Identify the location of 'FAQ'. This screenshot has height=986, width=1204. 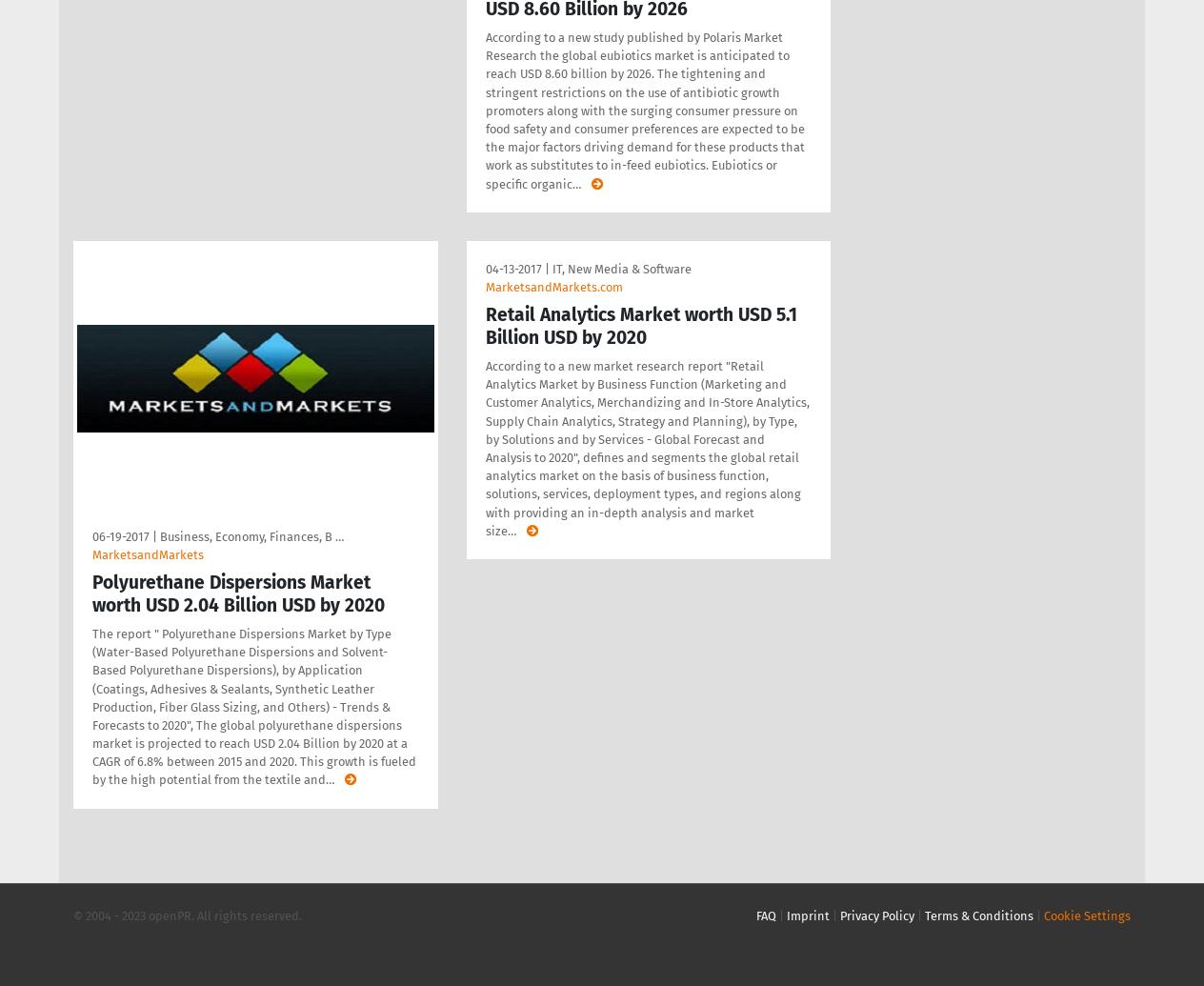
(766, 914).